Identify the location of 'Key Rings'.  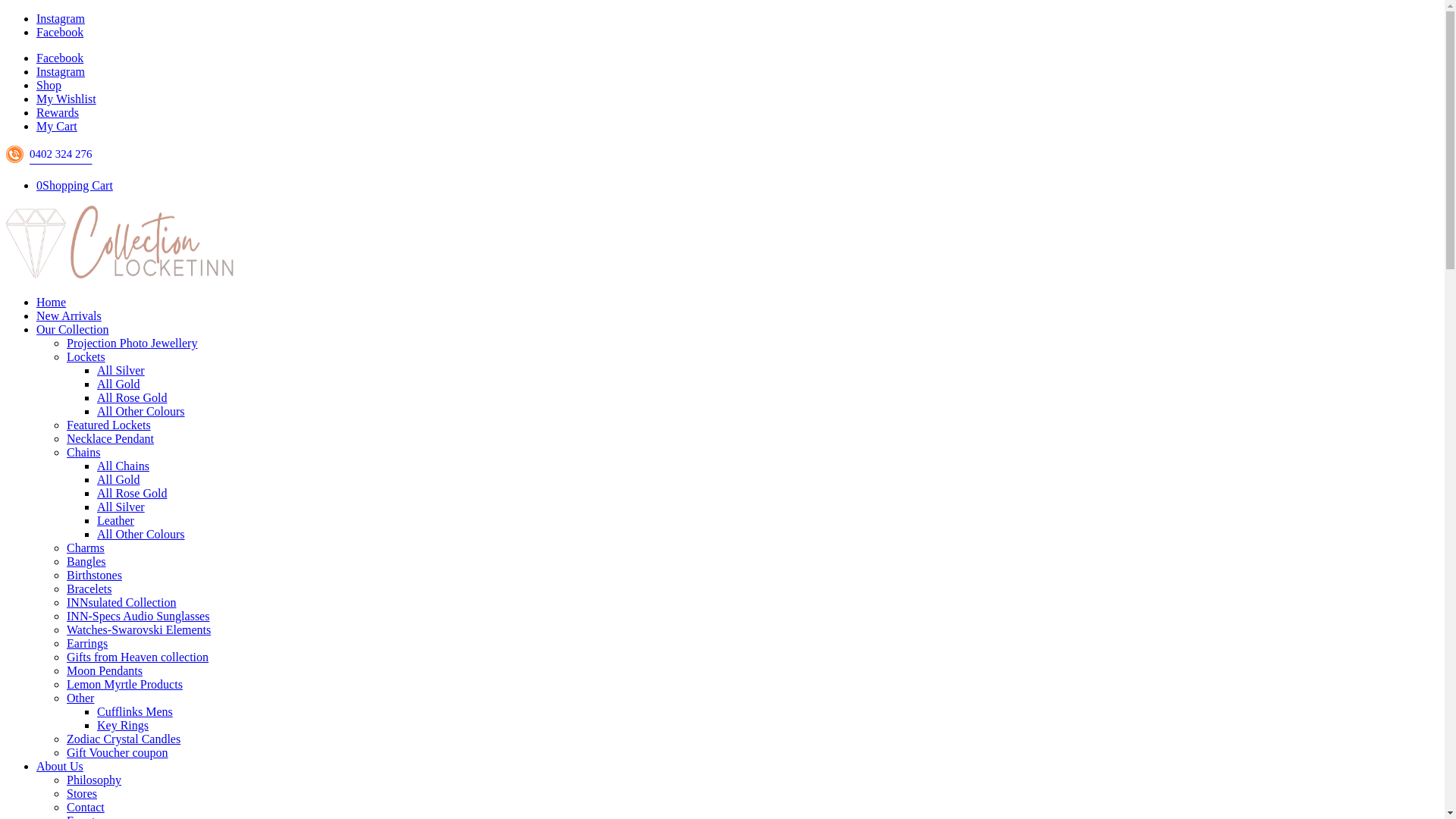
(123, 724).